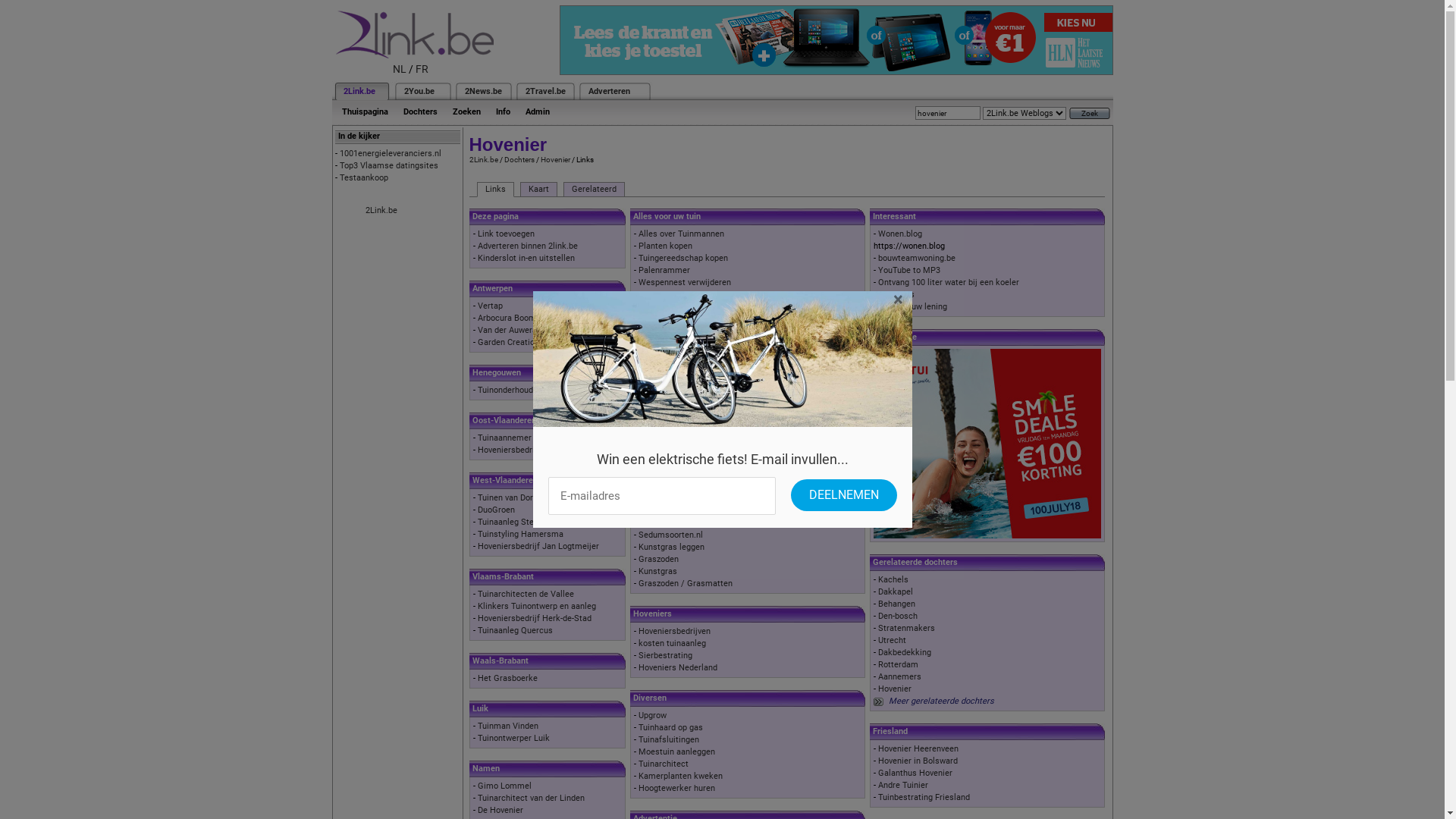  I want to click on 'Thuispagina', so click(333, 111).